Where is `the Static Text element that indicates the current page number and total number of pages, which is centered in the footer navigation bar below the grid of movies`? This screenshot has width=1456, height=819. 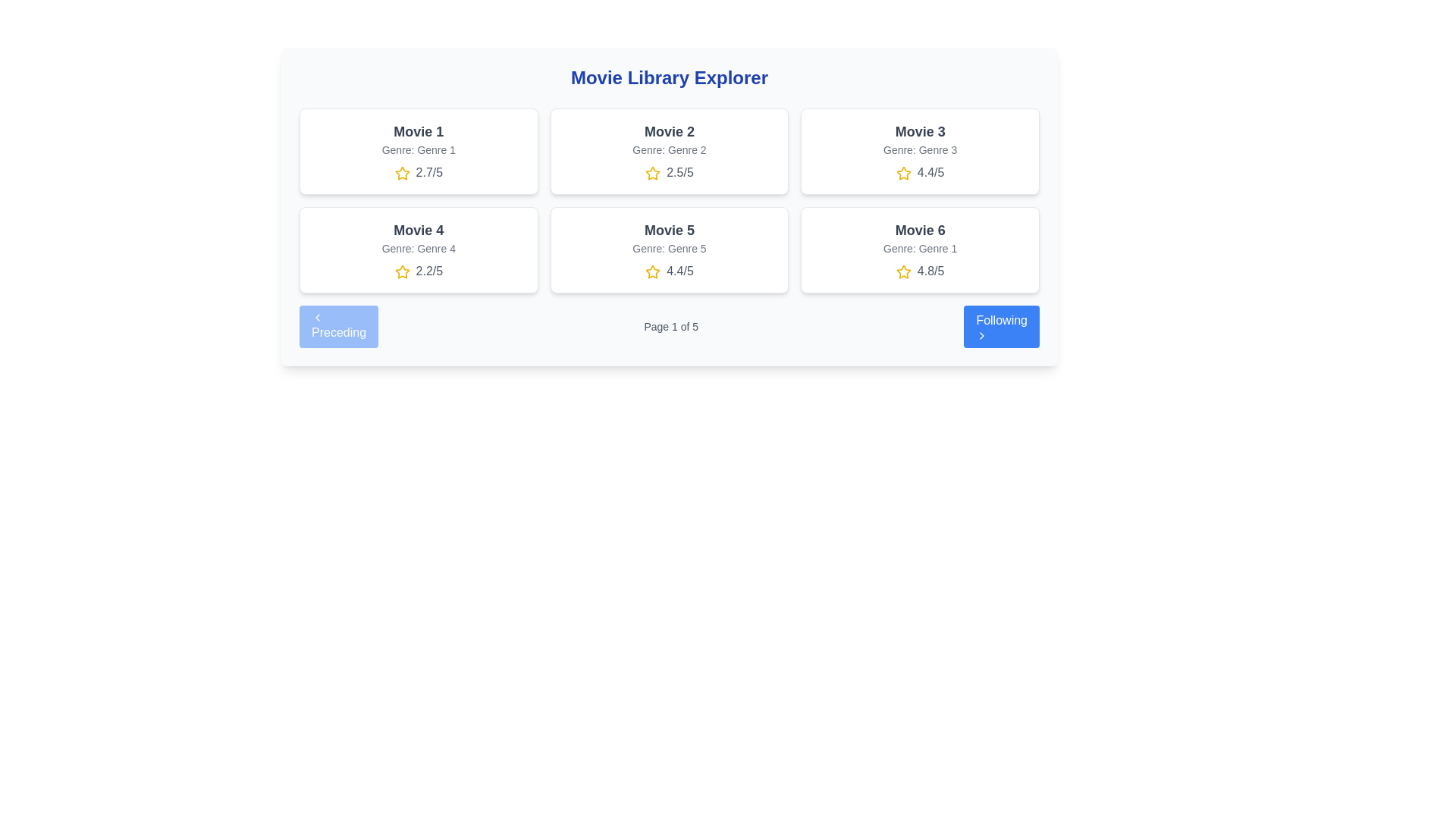 the Static Text element that indicates the current page number and total number of pages, which is centered in the footer navigation bar below the grid of movies is located at coordinates (670, 326).